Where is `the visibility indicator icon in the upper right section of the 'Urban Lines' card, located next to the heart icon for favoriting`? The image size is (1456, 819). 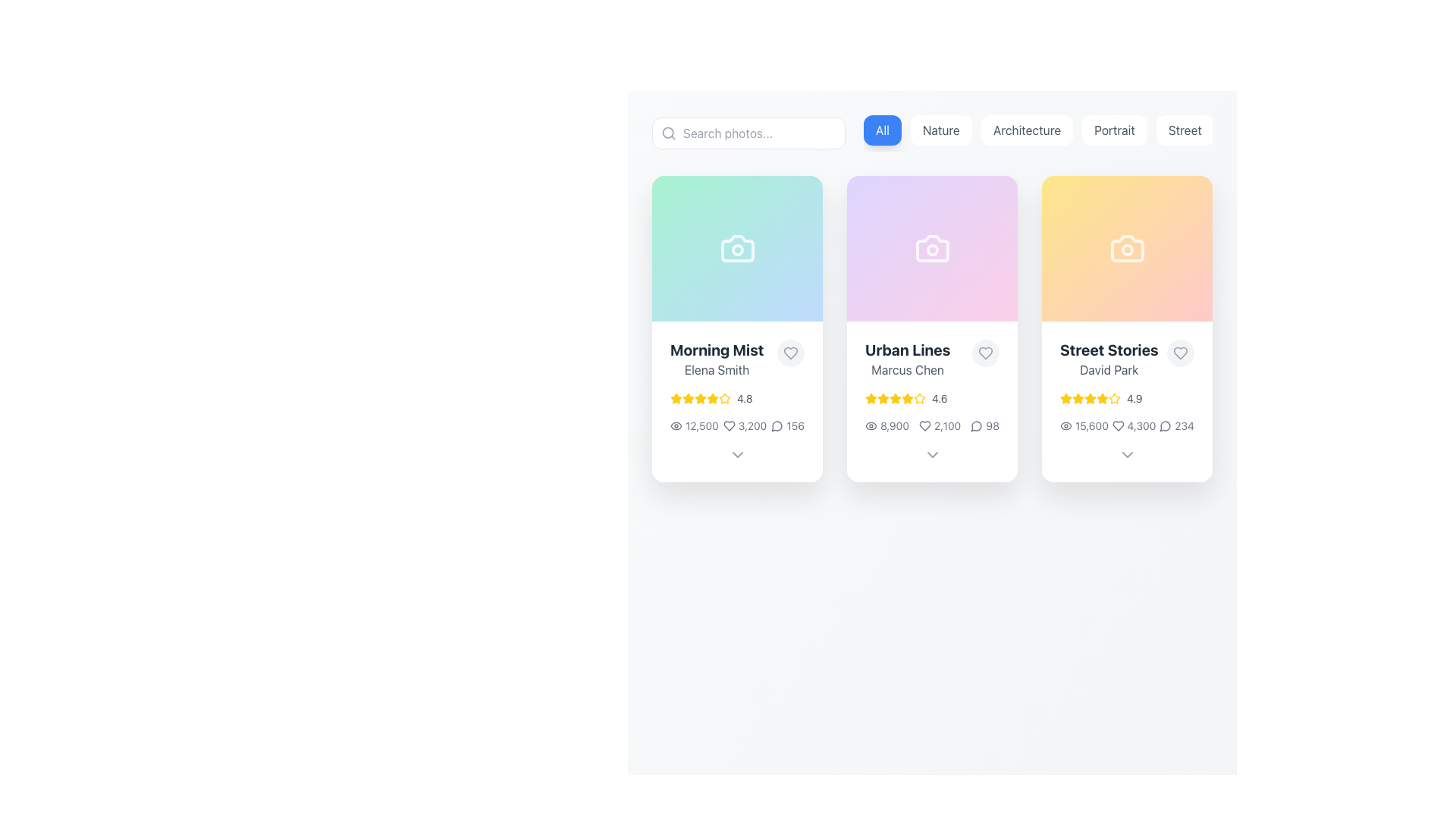 the visibility indicator icon in the upper right section of the 'Urban Lines' card, located next to the heart icon for favoriting is located at coordinates (871, 426).